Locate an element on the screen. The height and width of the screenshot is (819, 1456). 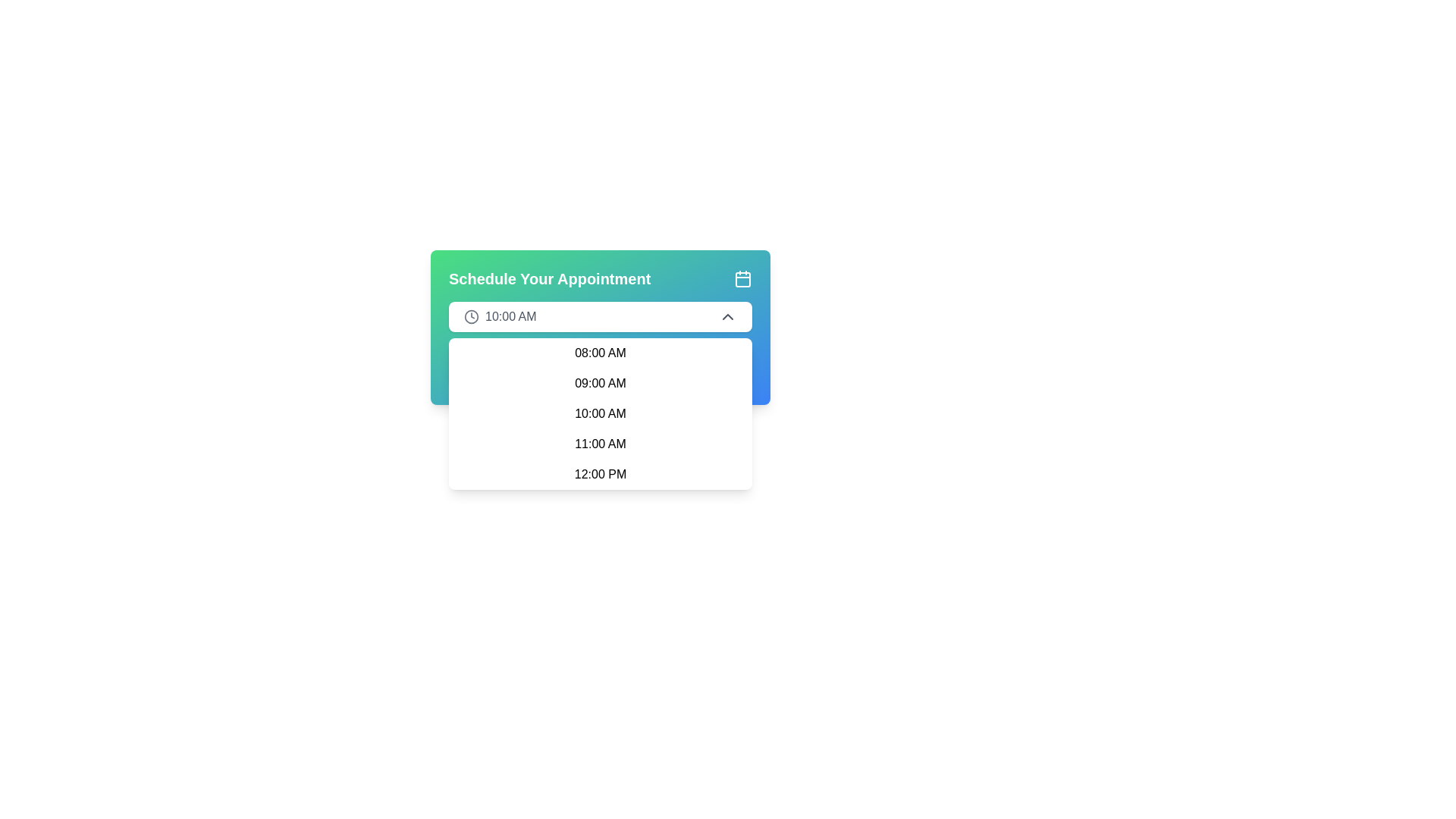
the third option in the time picker dropdown menu is located at coordinates (600, 414).